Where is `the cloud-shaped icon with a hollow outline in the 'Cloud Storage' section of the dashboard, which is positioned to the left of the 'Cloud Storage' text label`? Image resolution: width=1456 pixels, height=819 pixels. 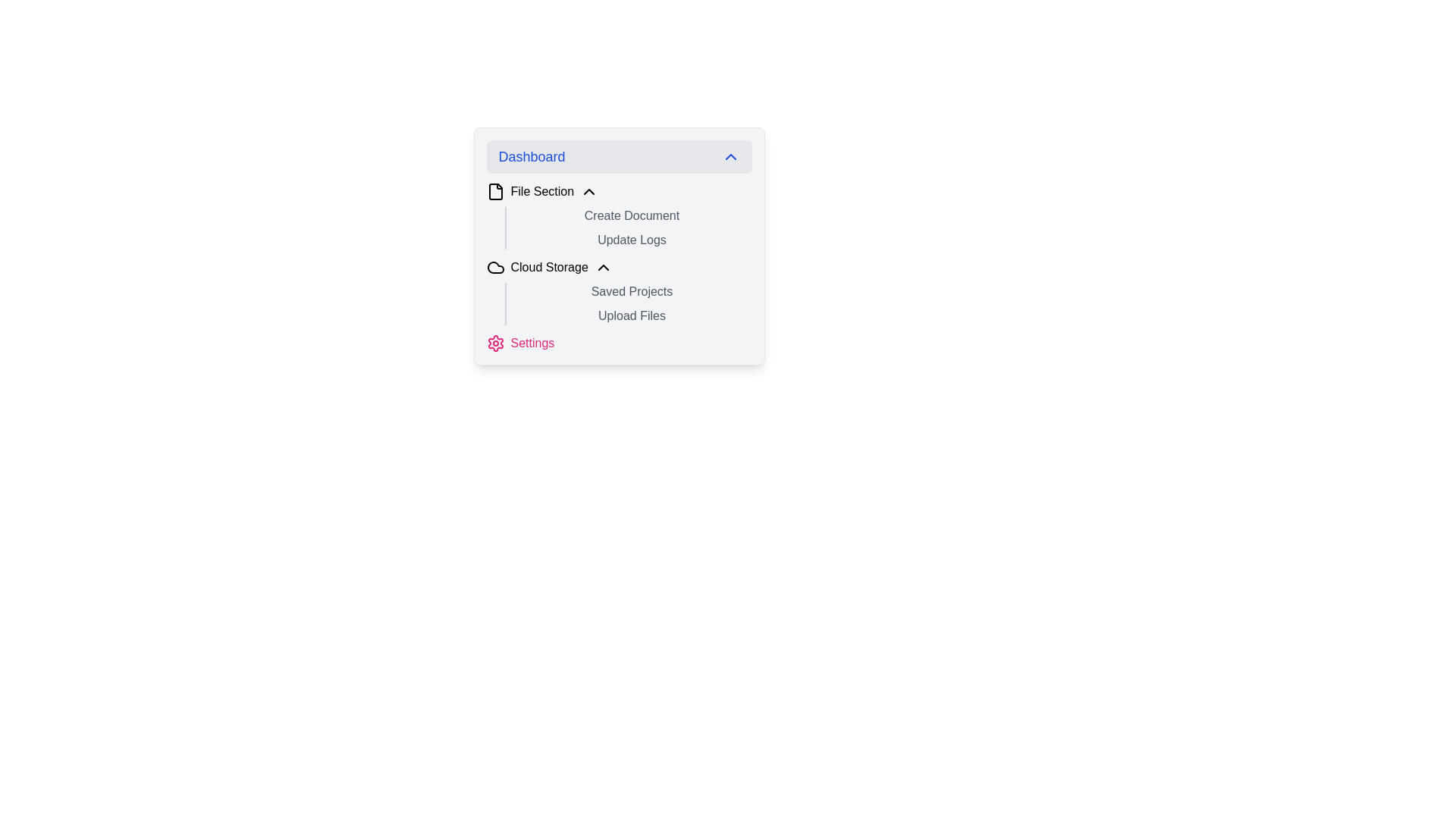 the cloud-shaped icon with a hollow outline in the 'Cloud Storage' section of the dashboard, which is positioned to the left of the 'Cloud Storage' text label is located at coordinates (495, 267).